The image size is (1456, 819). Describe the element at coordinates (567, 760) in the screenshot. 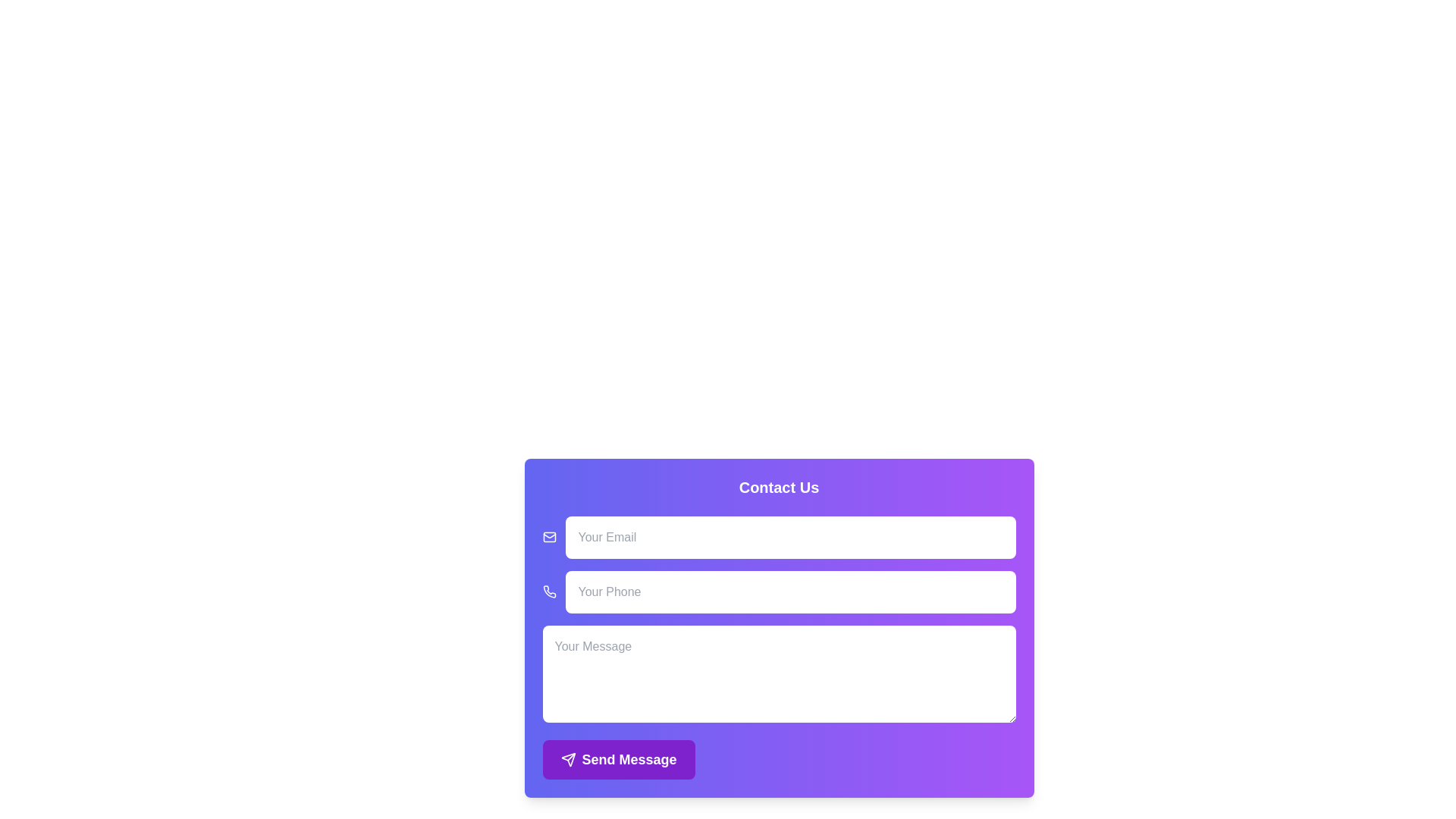

I see `the paper airplane icon located within the purplish gradient 'Send Message' button` at that location.